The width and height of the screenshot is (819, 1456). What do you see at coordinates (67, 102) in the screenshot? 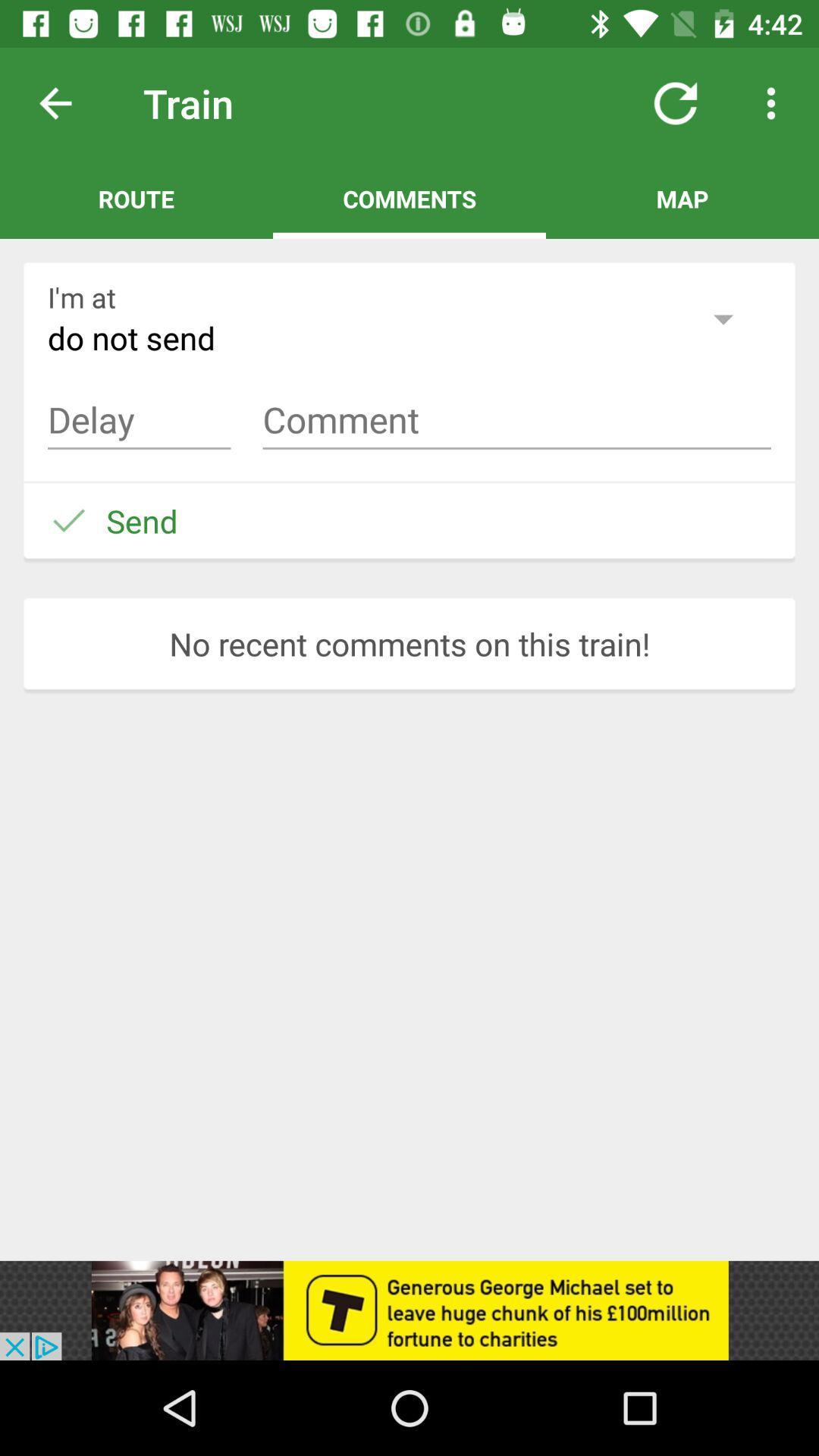
I see `go back` at bounding box center [67, 102].